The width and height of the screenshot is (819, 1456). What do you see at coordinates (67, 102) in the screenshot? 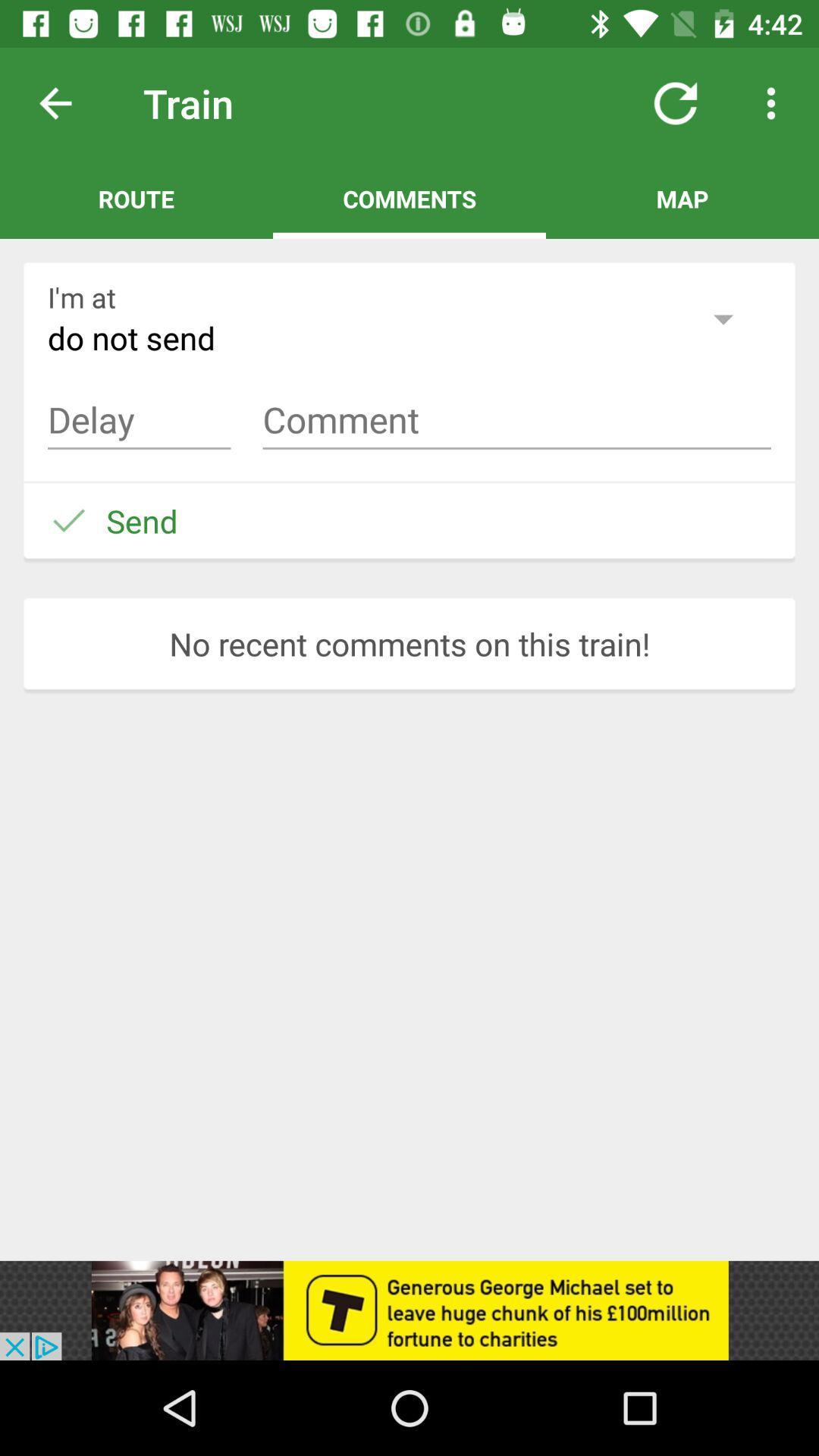
I see `go back` at bounding box center [67, 102].